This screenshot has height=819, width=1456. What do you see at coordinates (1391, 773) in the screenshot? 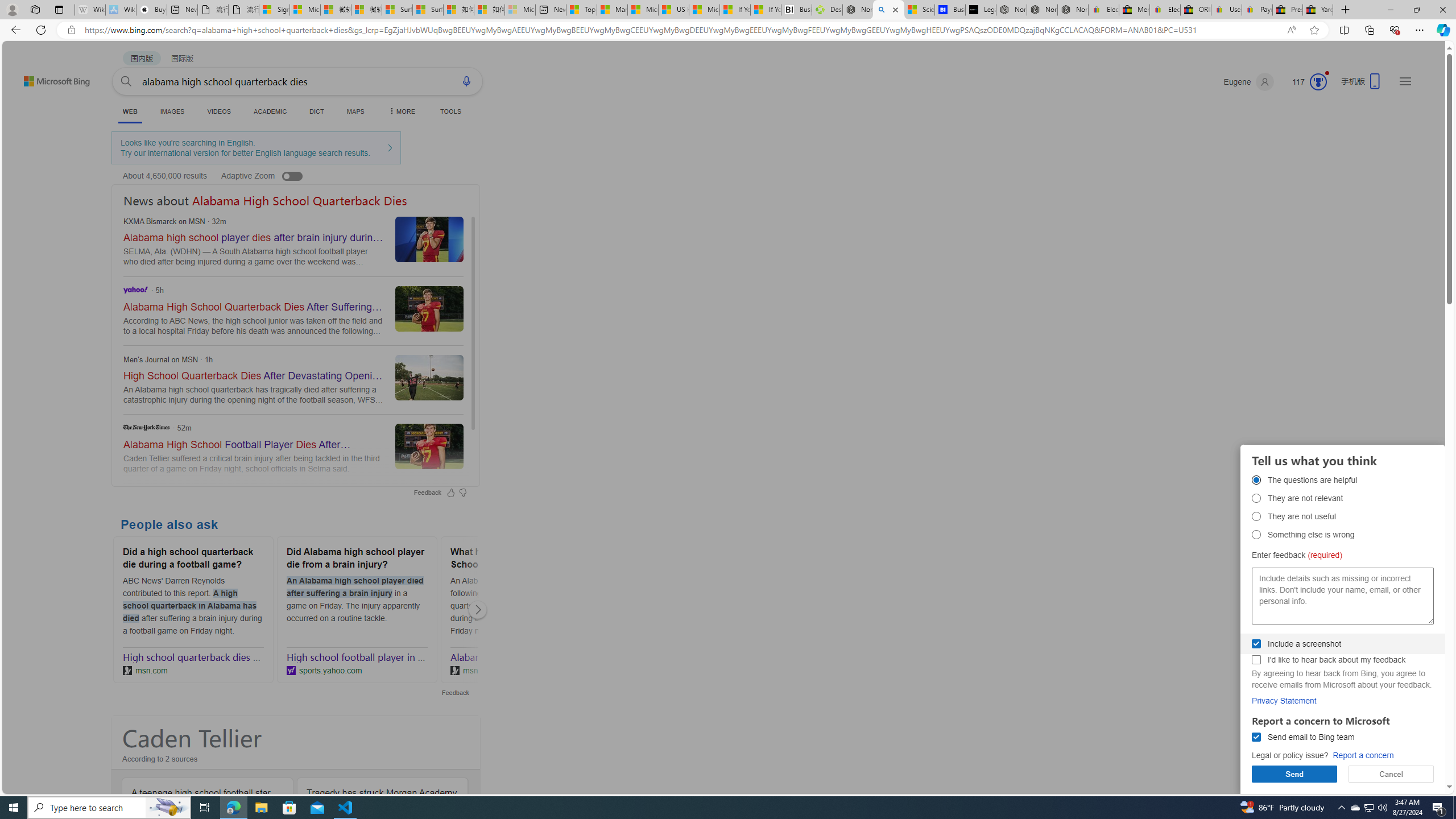
I see `'Cancel'` at bounding box center [1391, 773].